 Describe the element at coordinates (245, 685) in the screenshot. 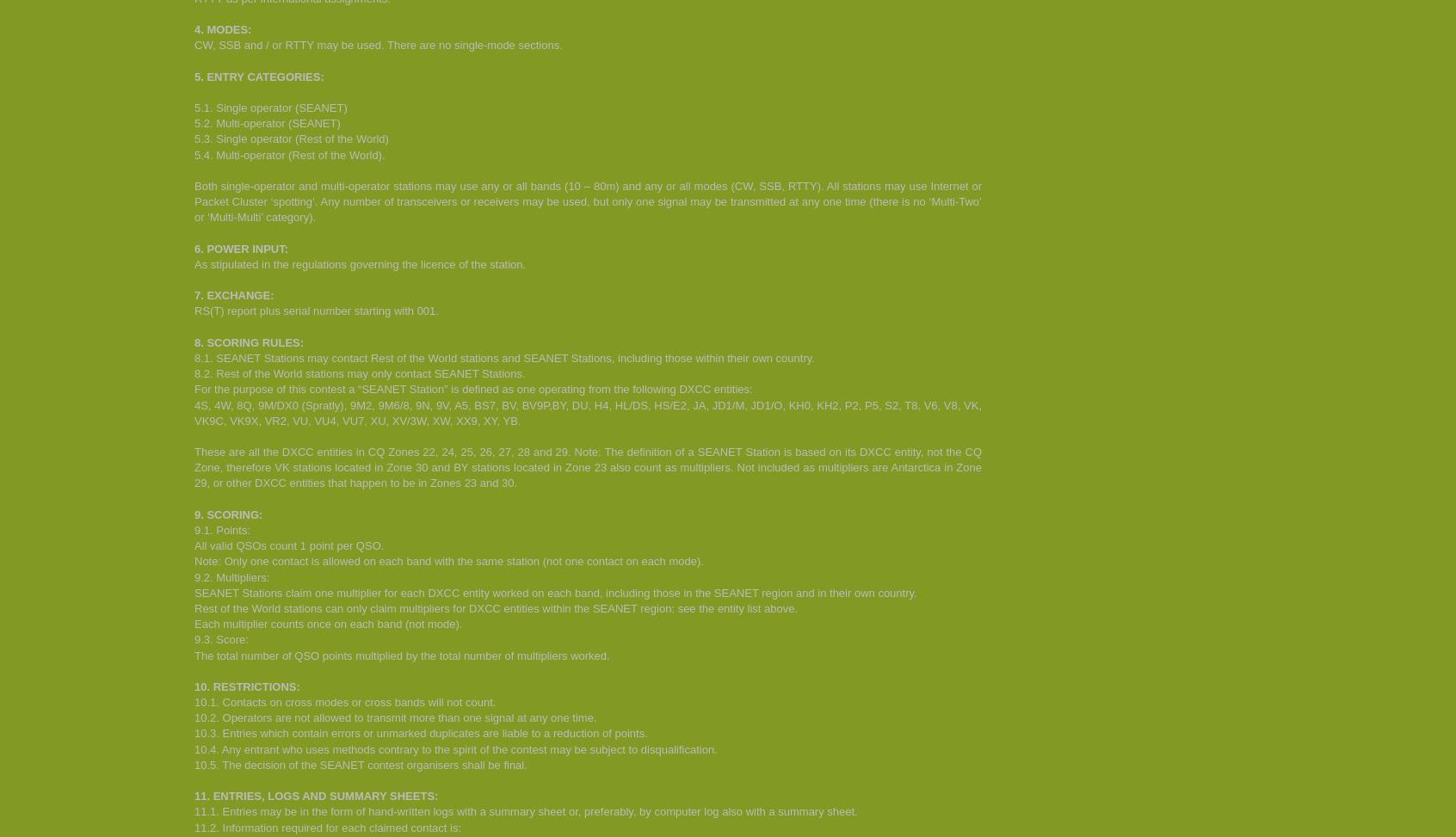

I see `'10. RESTRICTIONS:'` at that location.